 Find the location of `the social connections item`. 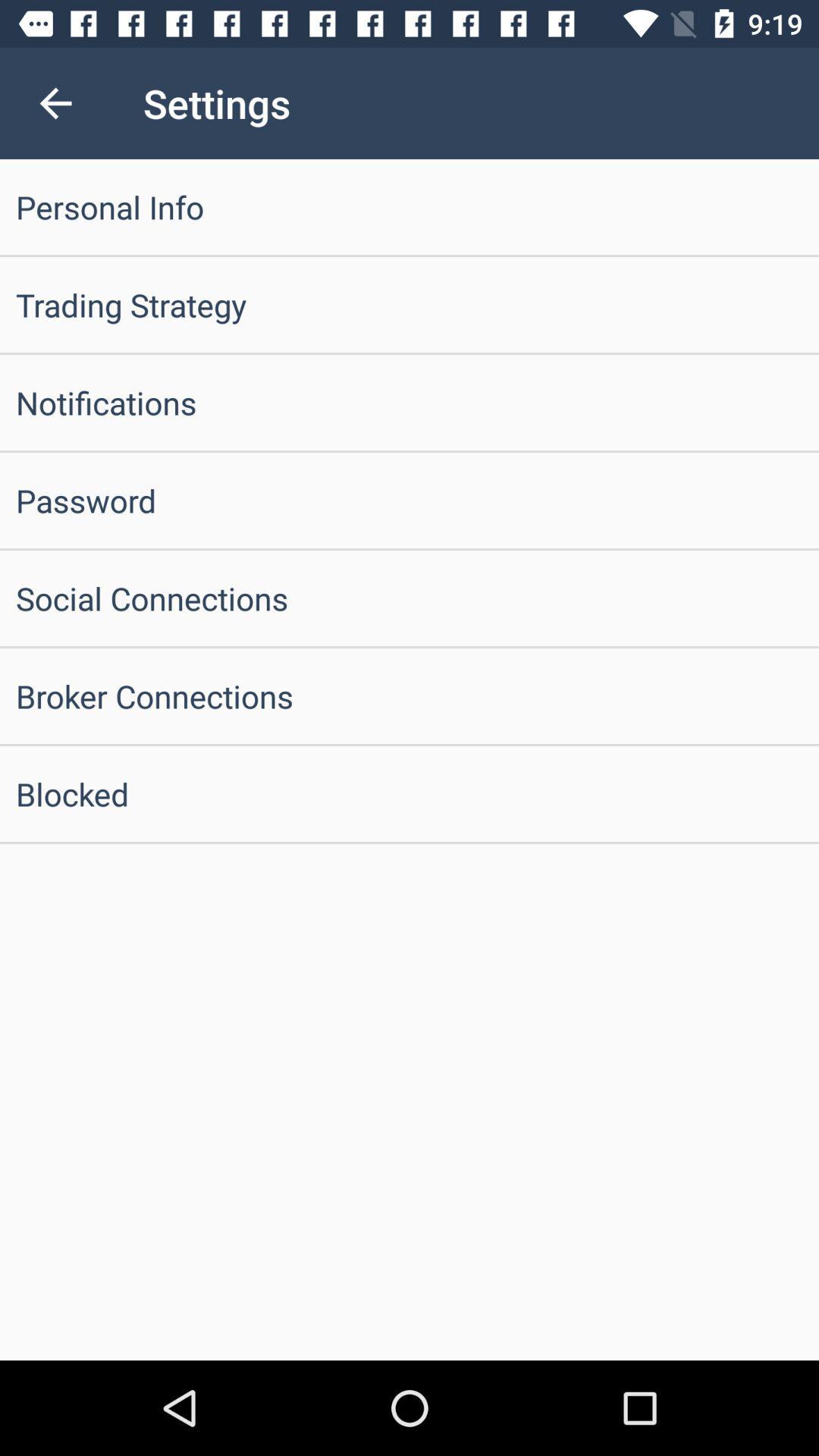

the social connections item is located at coordinates (409, 597).